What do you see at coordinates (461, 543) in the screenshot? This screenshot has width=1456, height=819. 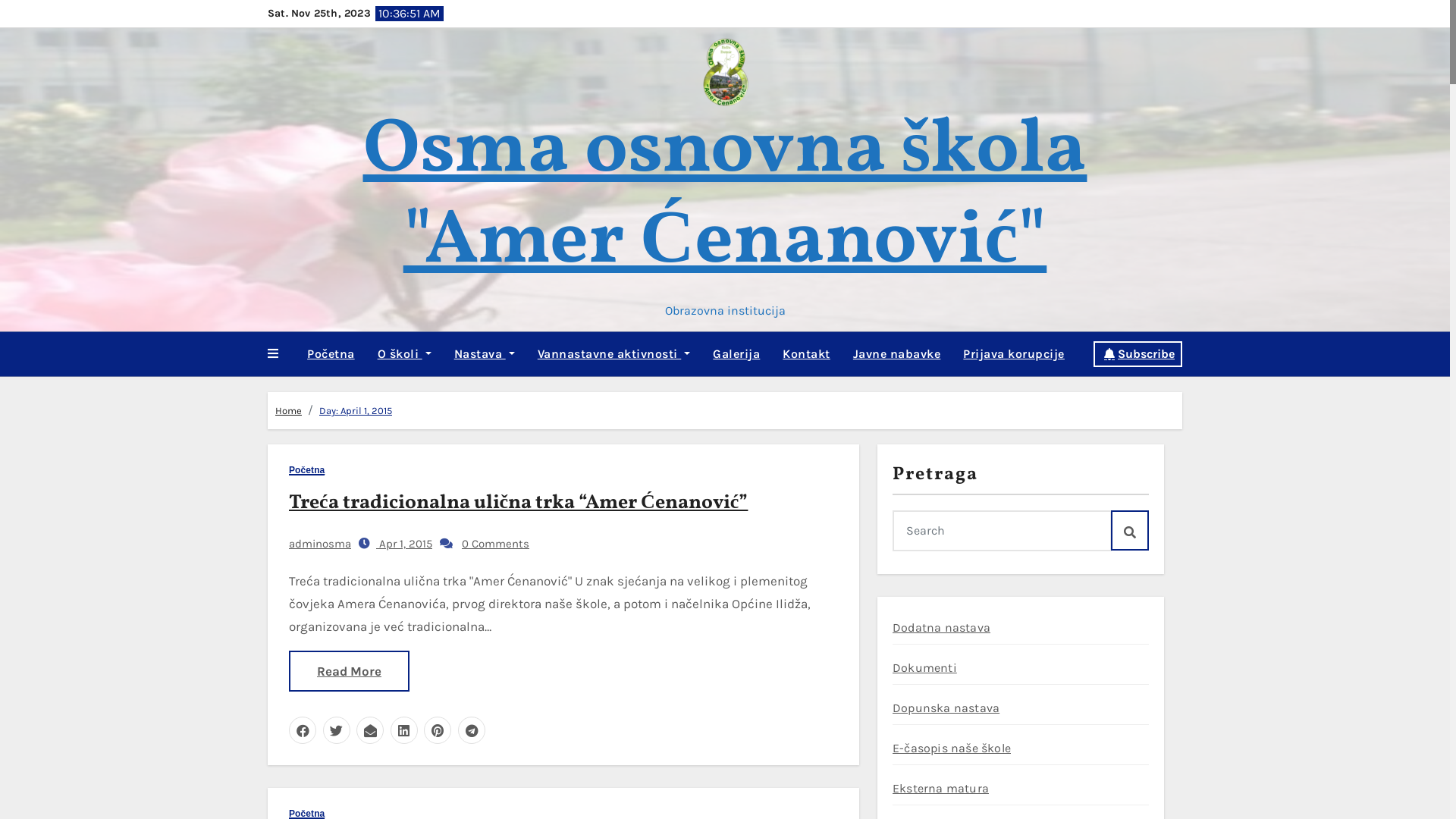 I see `'0 Comments'` at bounding box center [461, 543].